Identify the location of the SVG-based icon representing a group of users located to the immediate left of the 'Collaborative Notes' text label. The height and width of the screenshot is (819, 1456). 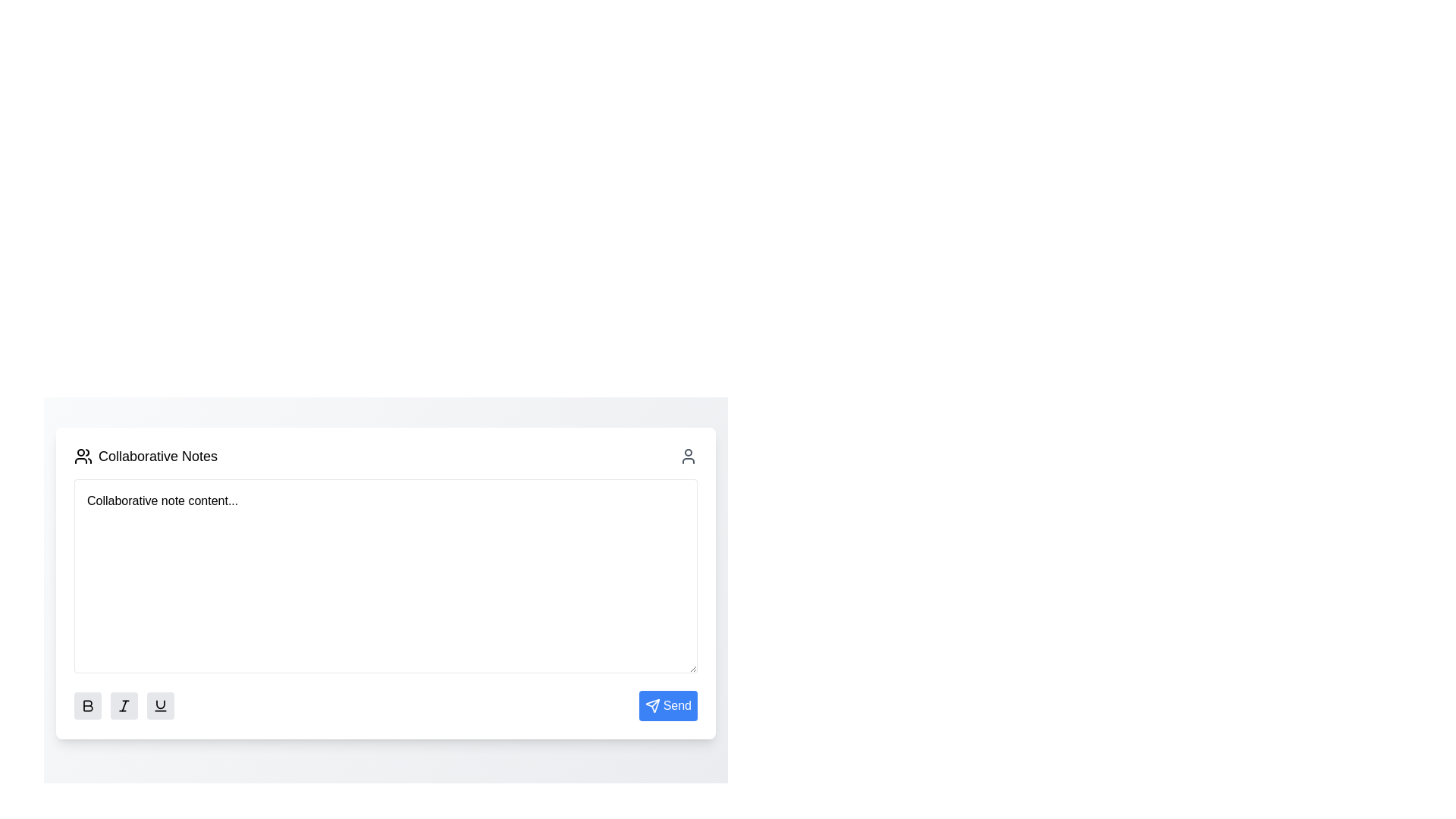
(83, 455).